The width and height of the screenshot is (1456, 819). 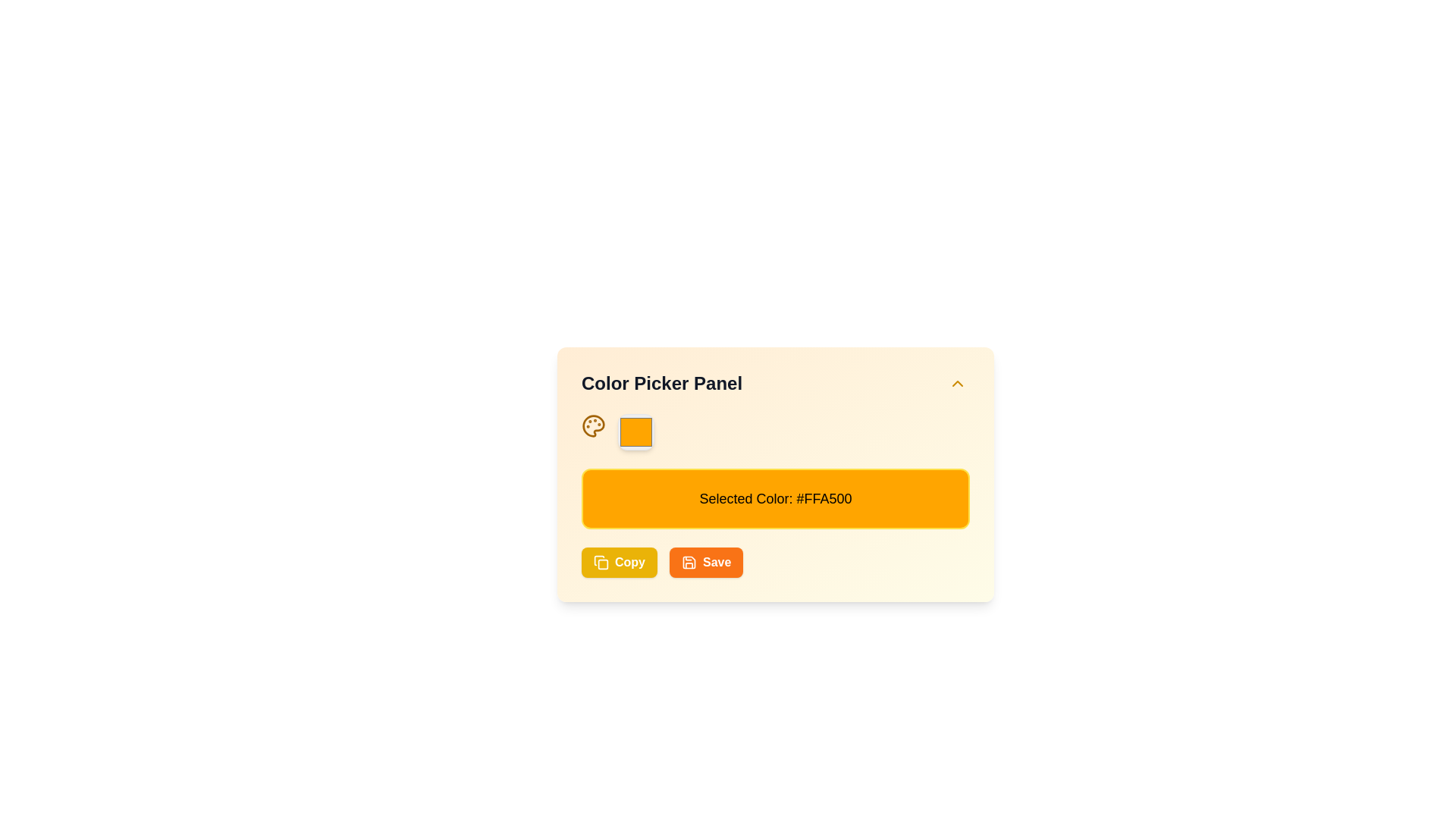 What do you see at coordinates (956, 382) in the screenshot?
I see `the control button located on the rightmost side of the header section labeled 'Color Picker Panel'` at bounding box center [956, 382].